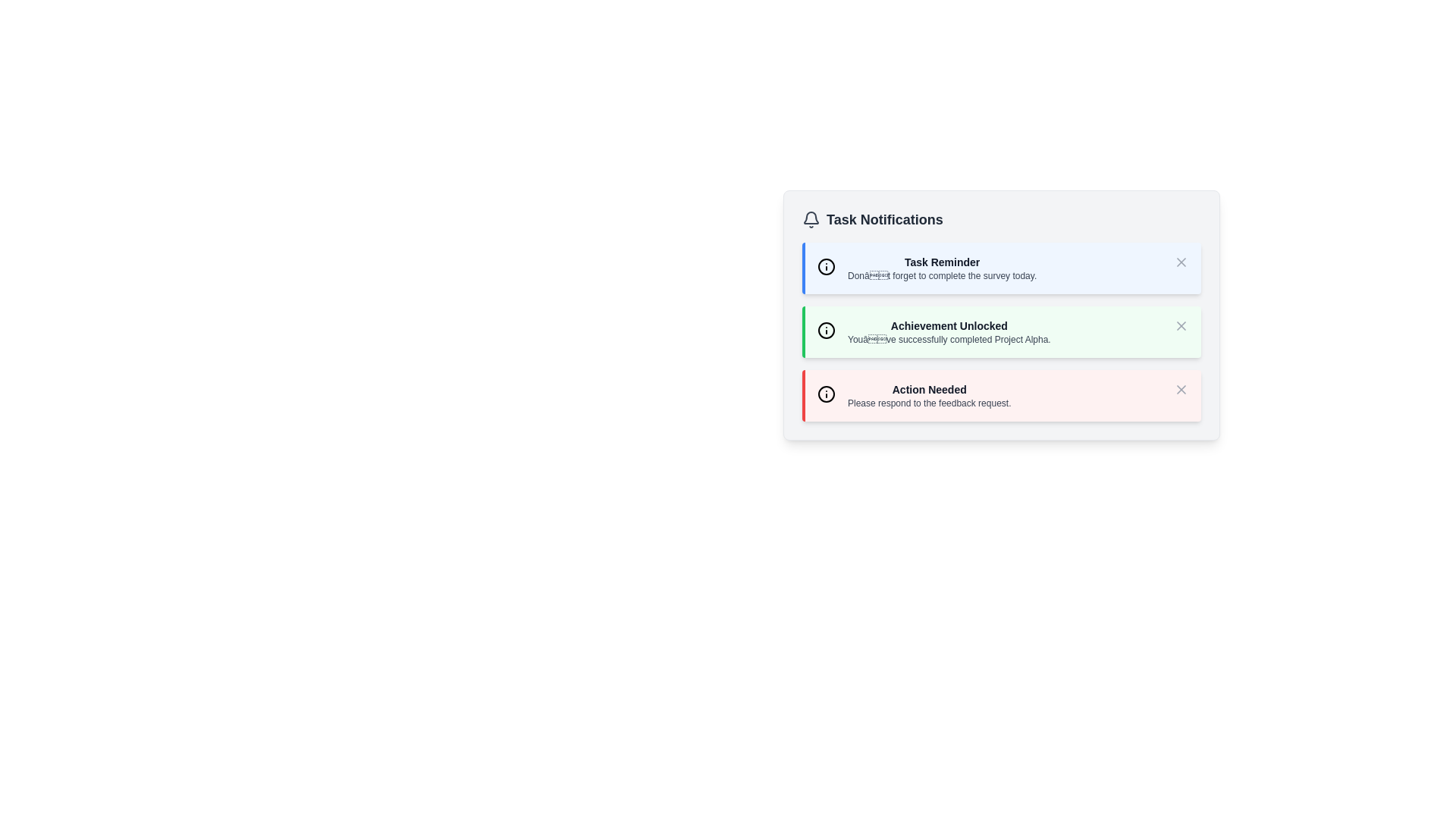 This screenshot has width=1456, height=819. I want to click on the close button located in the upper-right corner of the green-highlighted notification card titled 'Achievement Unlocked', so click(1181, 325).